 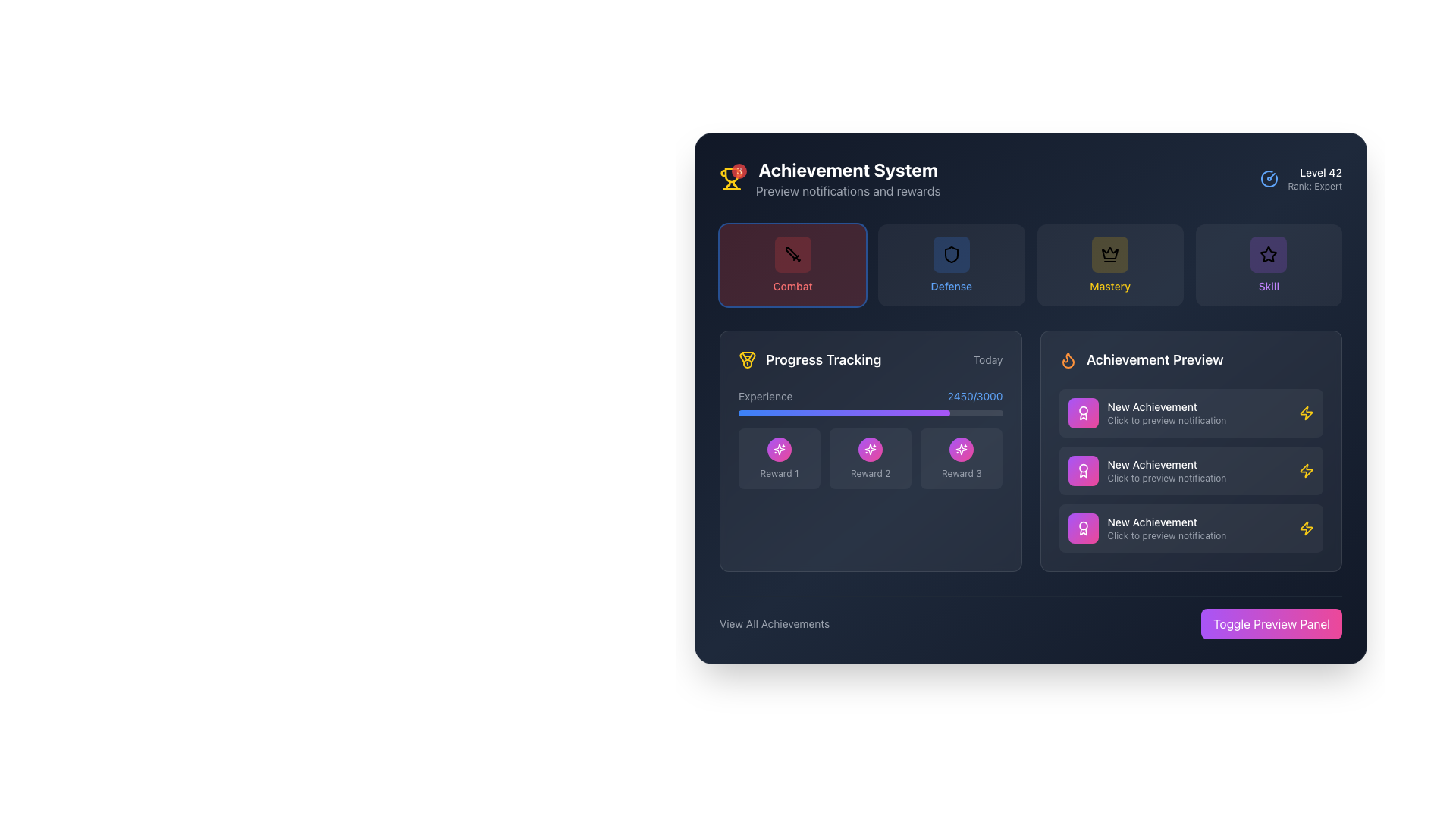 What do you see at coordinates (1110, 265) in the screenshot?
I see `the 'mastery' selectable category button, which features a crowned icon in a muted yellow background and stylized yellow text below it` at bounding box center [1110, 265].